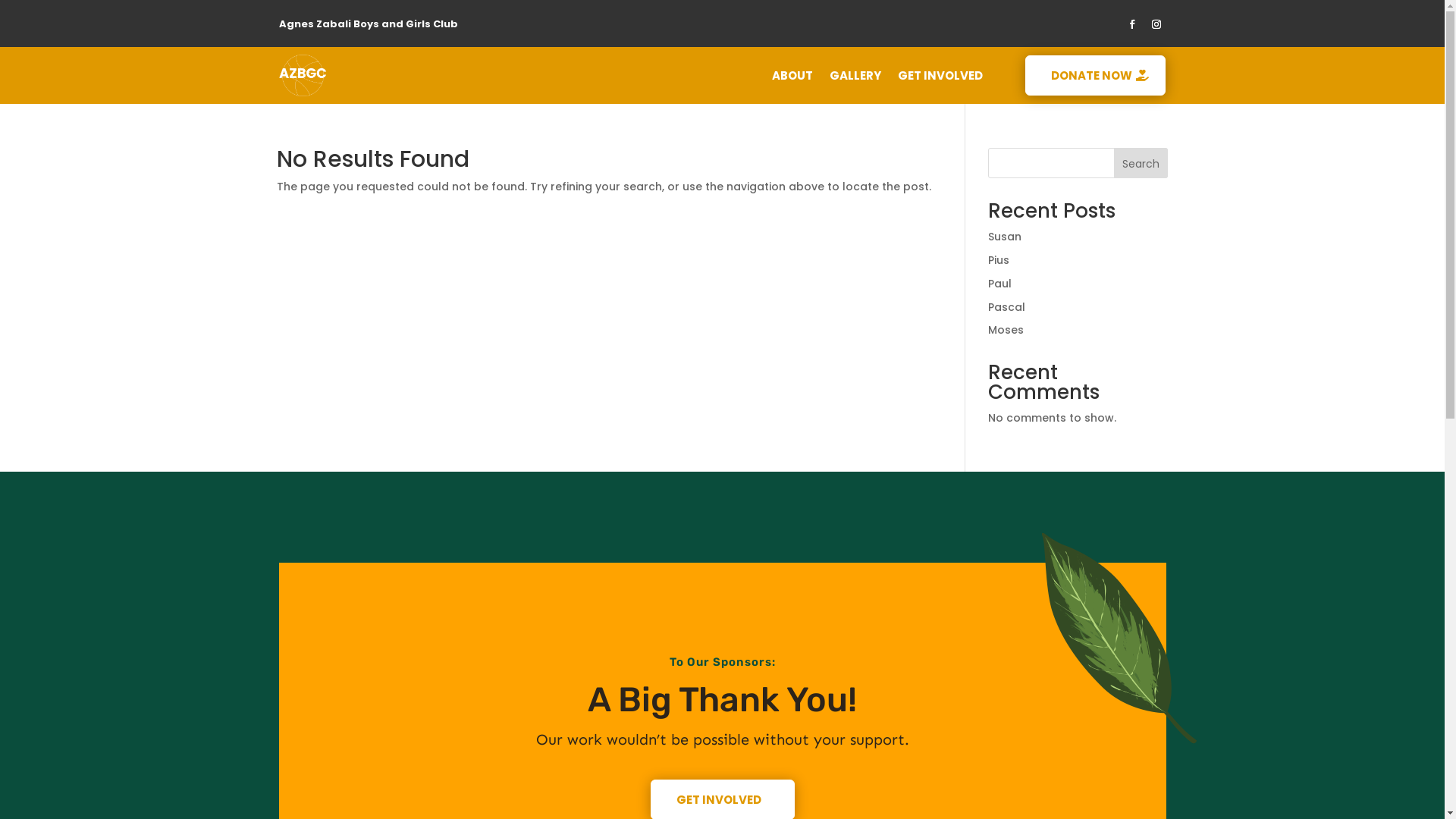 The height and width of the screenshot is (819, 1456). What do you see at coordinates (987, 284) in the screenshot?
I see `'Paul'` at bounding box center [987, 284].